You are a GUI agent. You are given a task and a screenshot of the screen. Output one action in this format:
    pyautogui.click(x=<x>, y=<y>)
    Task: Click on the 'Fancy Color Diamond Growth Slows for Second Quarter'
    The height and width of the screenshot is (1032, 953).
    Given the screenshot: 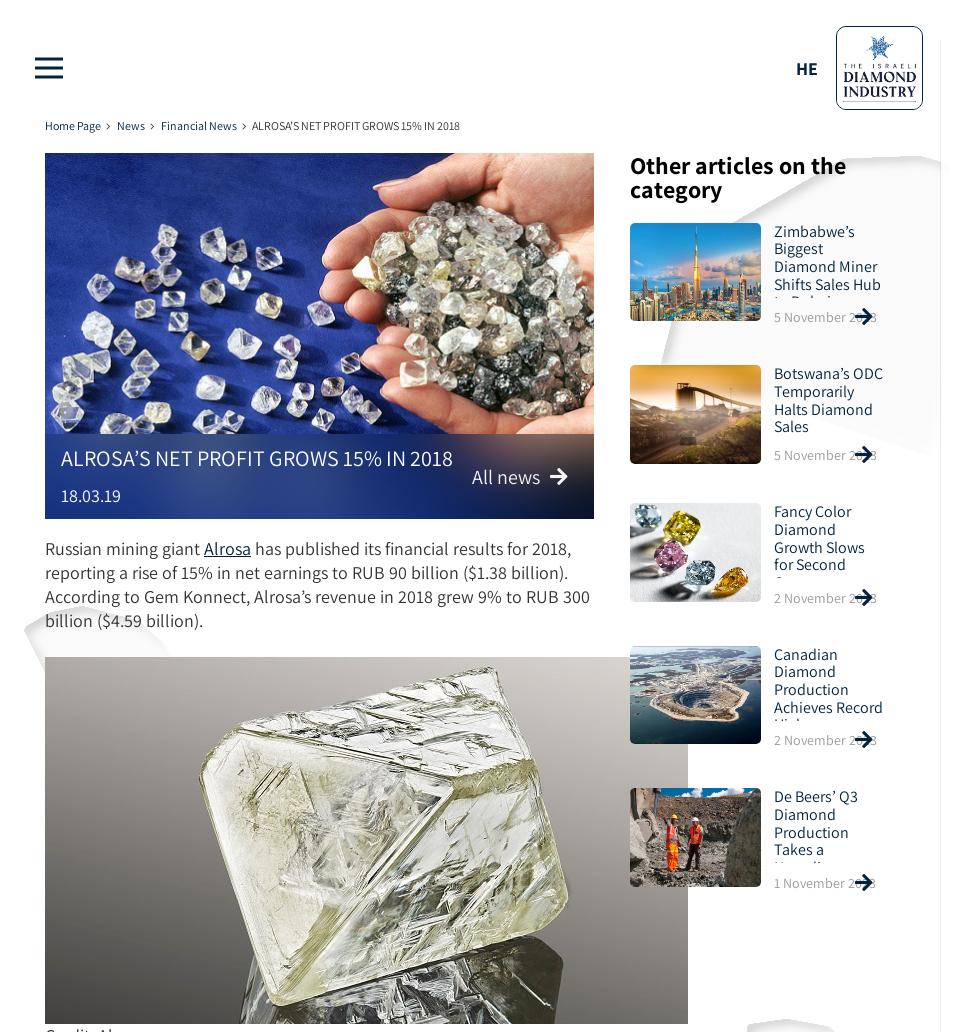 What is the action you would take?
    pyautogui.click(x=772, y=546)
    